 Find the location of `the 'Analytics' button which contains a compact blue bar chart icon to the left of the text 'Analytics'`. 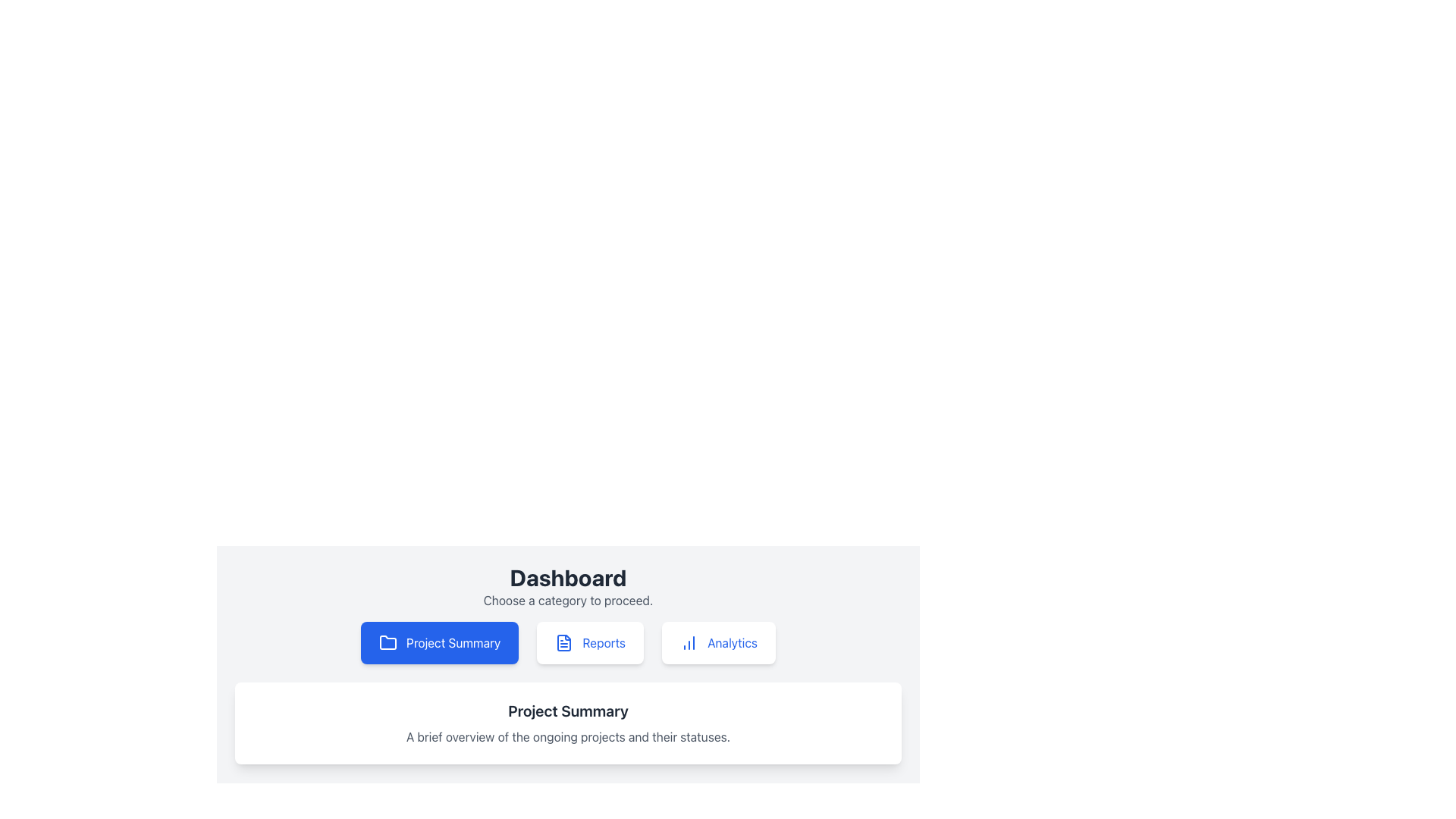

the 'Analytics' button which contains a compact blue bar chart icon to the left of the text 'Analytics' is located at coordinates (689, 643).